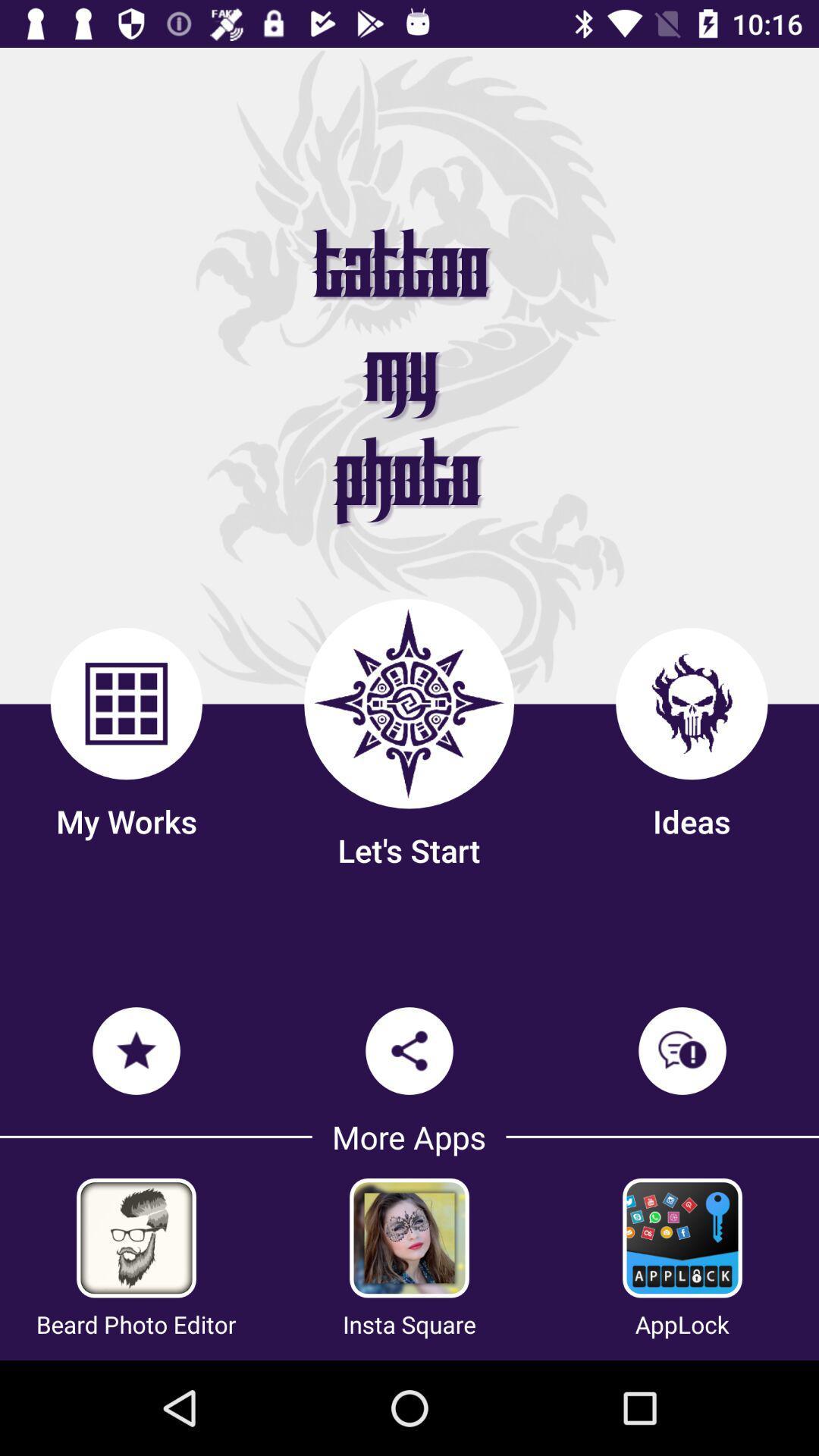 The width and height of the screenshot is (819, 1456). I want to click on the image of beard photo editor on the page, so click(136, 1238).